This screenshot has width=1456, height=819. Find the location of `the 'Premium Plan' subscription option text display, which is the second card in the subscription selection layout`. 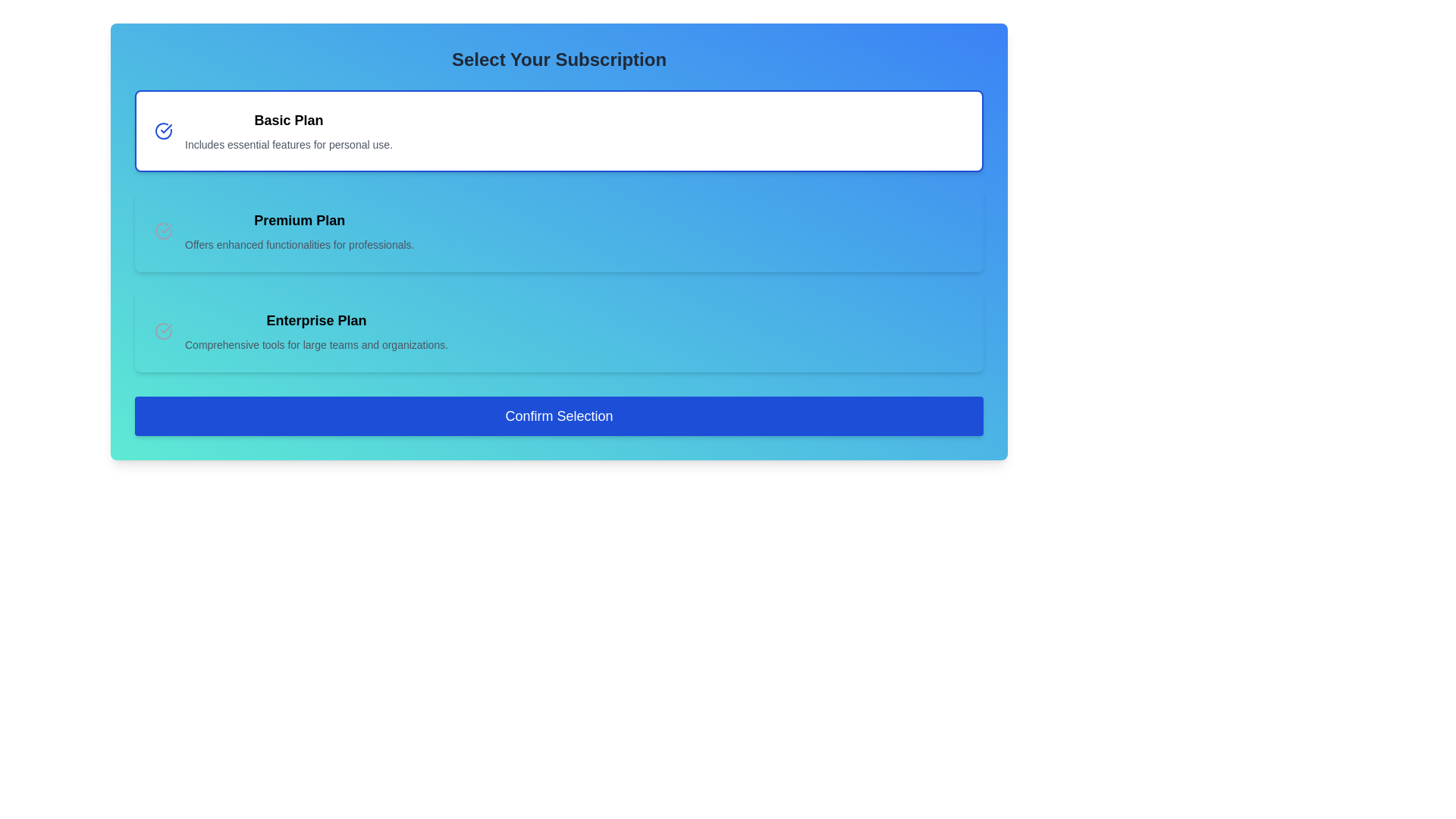

the 'Premium Plan' subscription option text display, which is the second card in the subscription selection layout is located at coordinates (299, 231).